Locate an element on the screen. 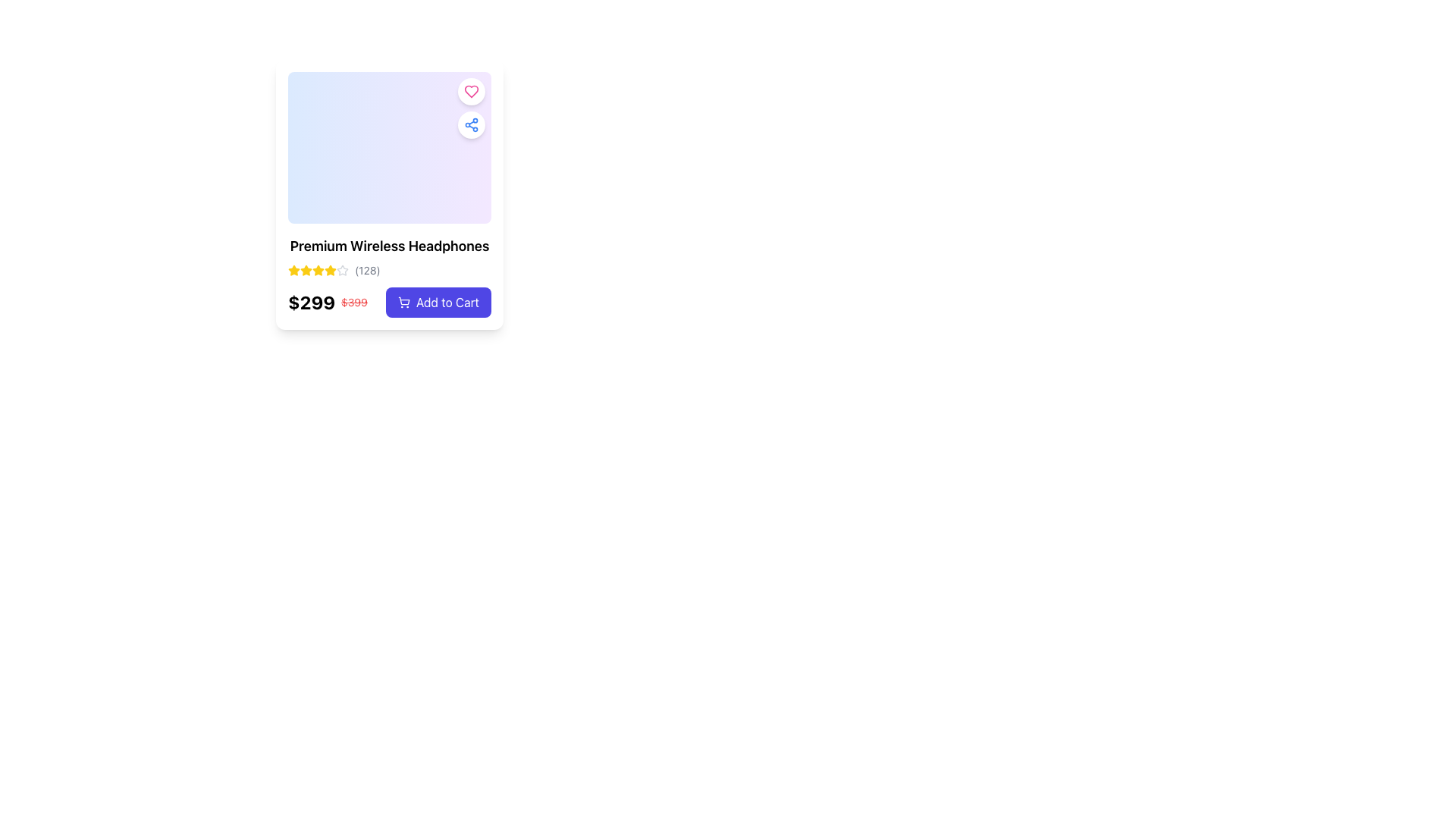 This screenshot has height=819, width=1456. the visual state of the third star icon in the row of five stars used for product rating is located at coordinates (318, 269).